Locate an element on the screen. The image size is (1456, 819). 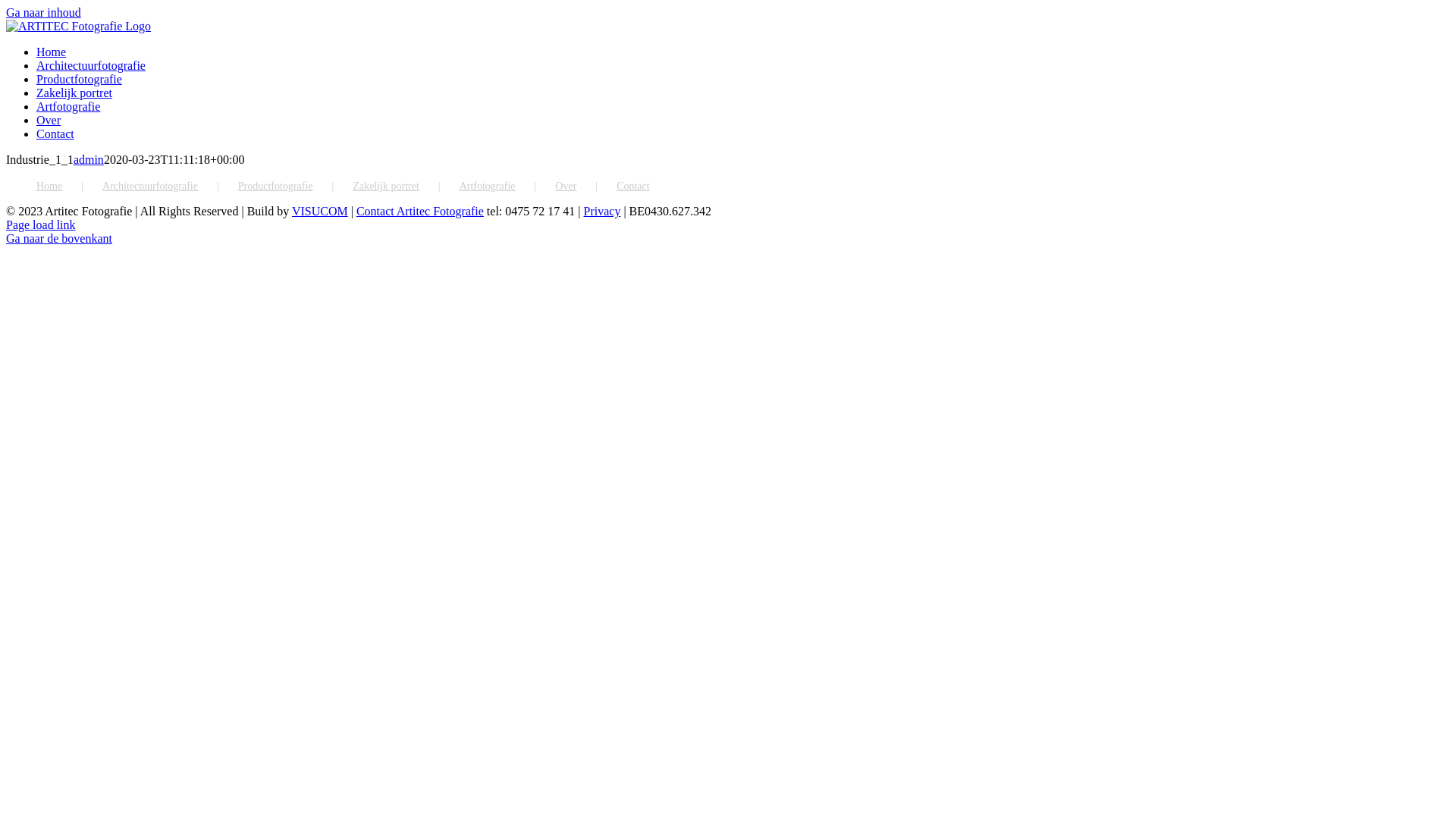
'Privacy' is located at coordinates (601, 211).